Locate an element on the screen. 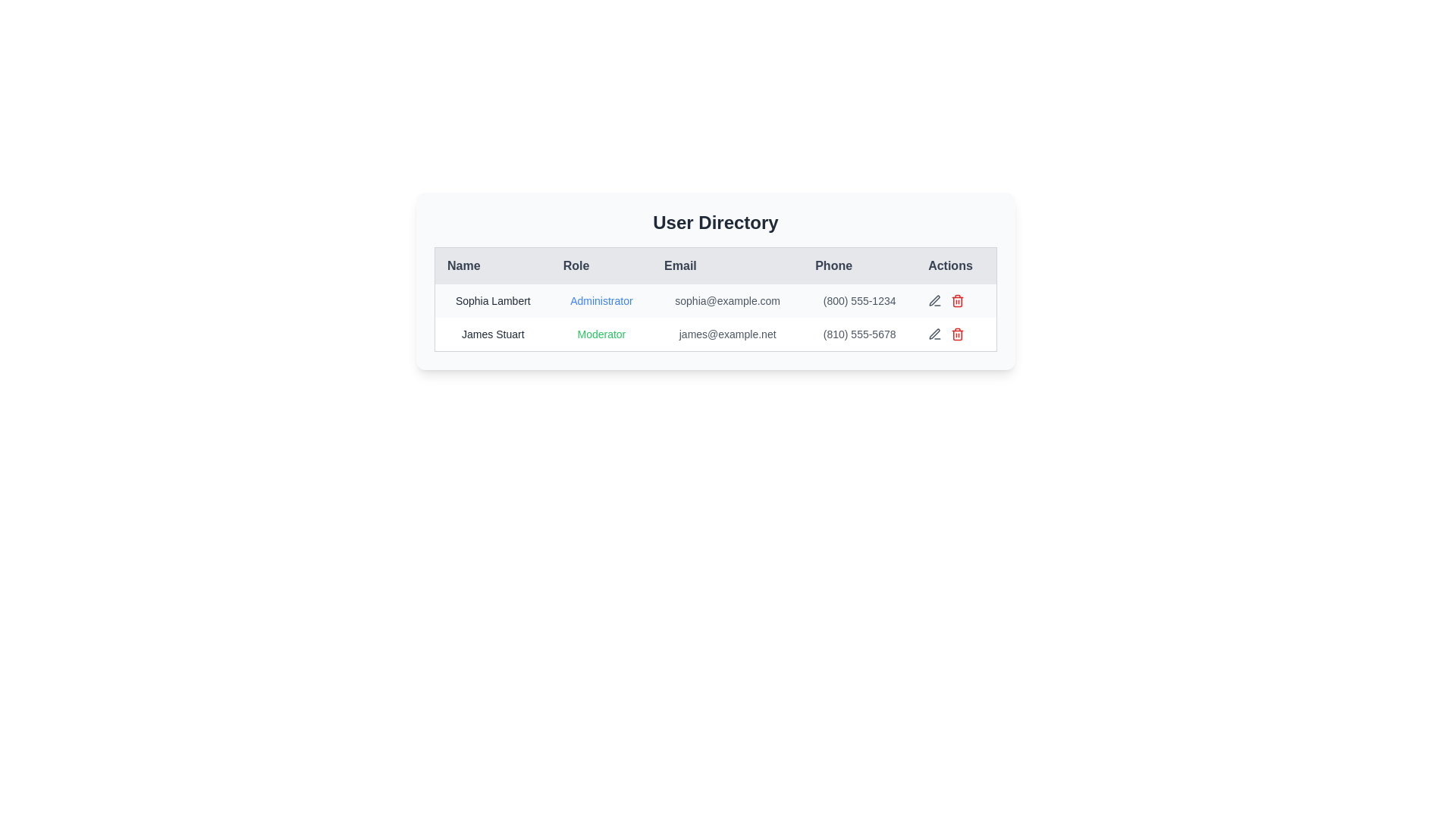 The image size is (1456, 819). the delete icon in the second row of the 'Actions' column in the user directory table is located at coordinates (957, 333).